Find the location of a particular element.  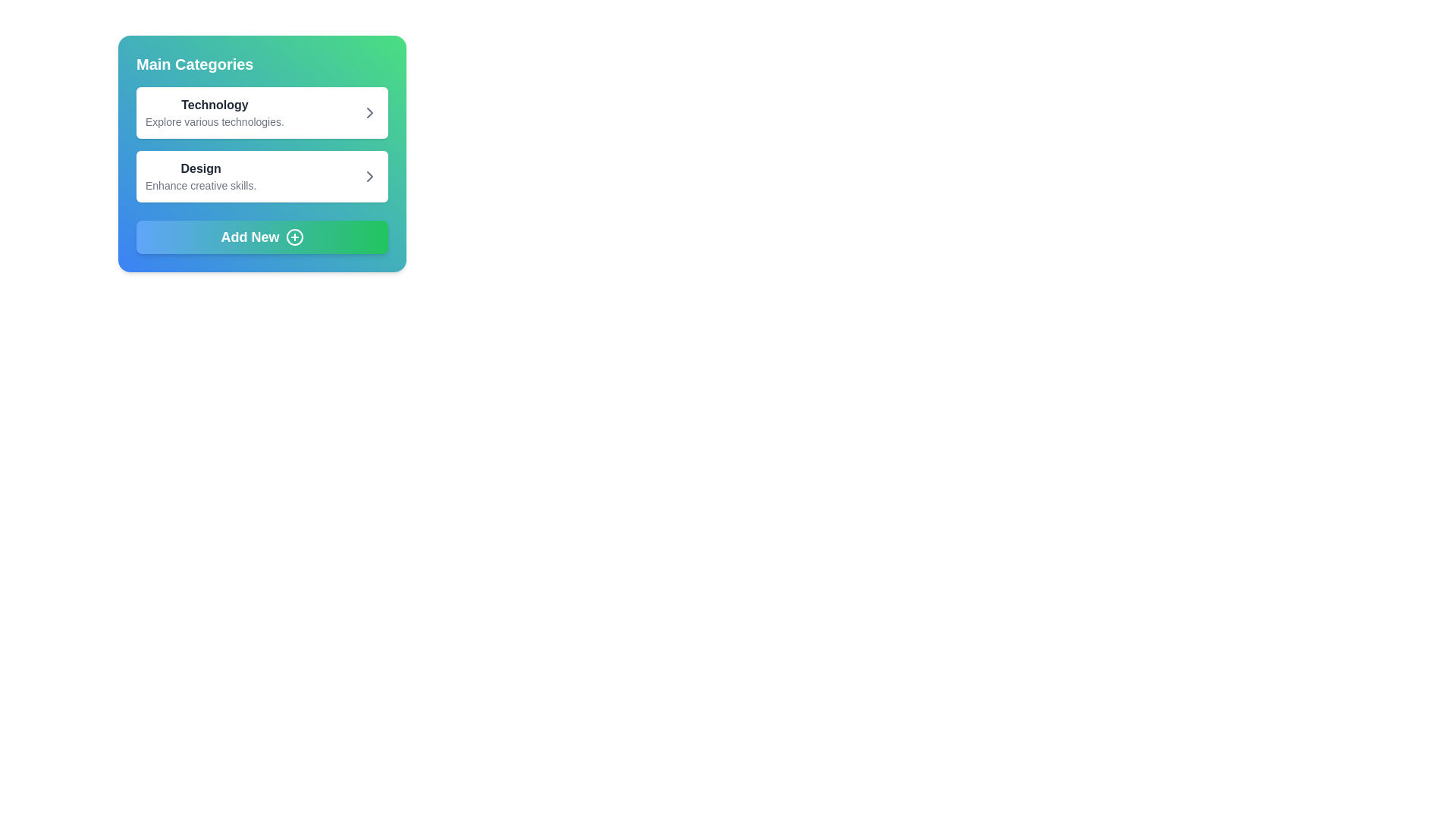

the 'Technology' text-based menu item, which is the first item in the 'Main Categories' card is located at coordinates (214, 112).